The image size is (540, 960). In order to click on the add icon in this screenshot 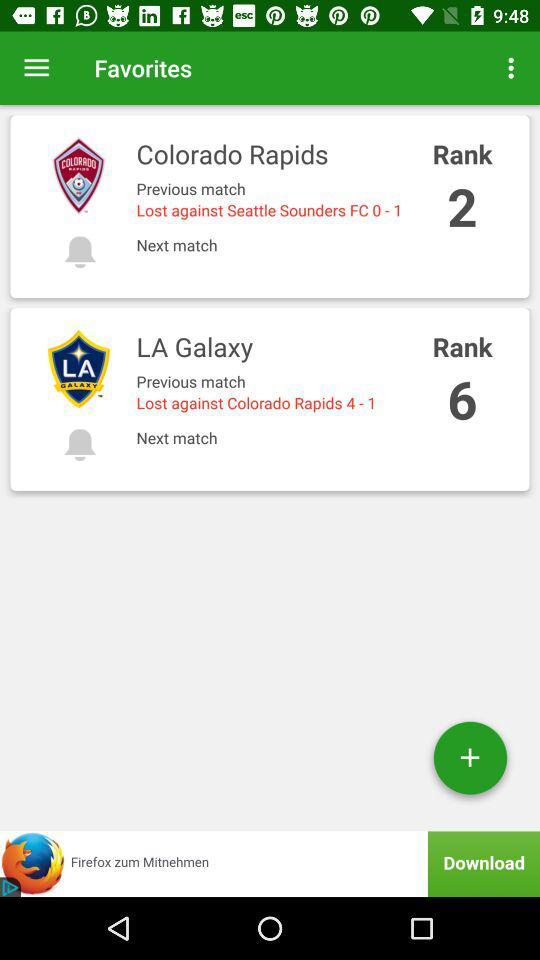, I will do `click(470, 760)`.